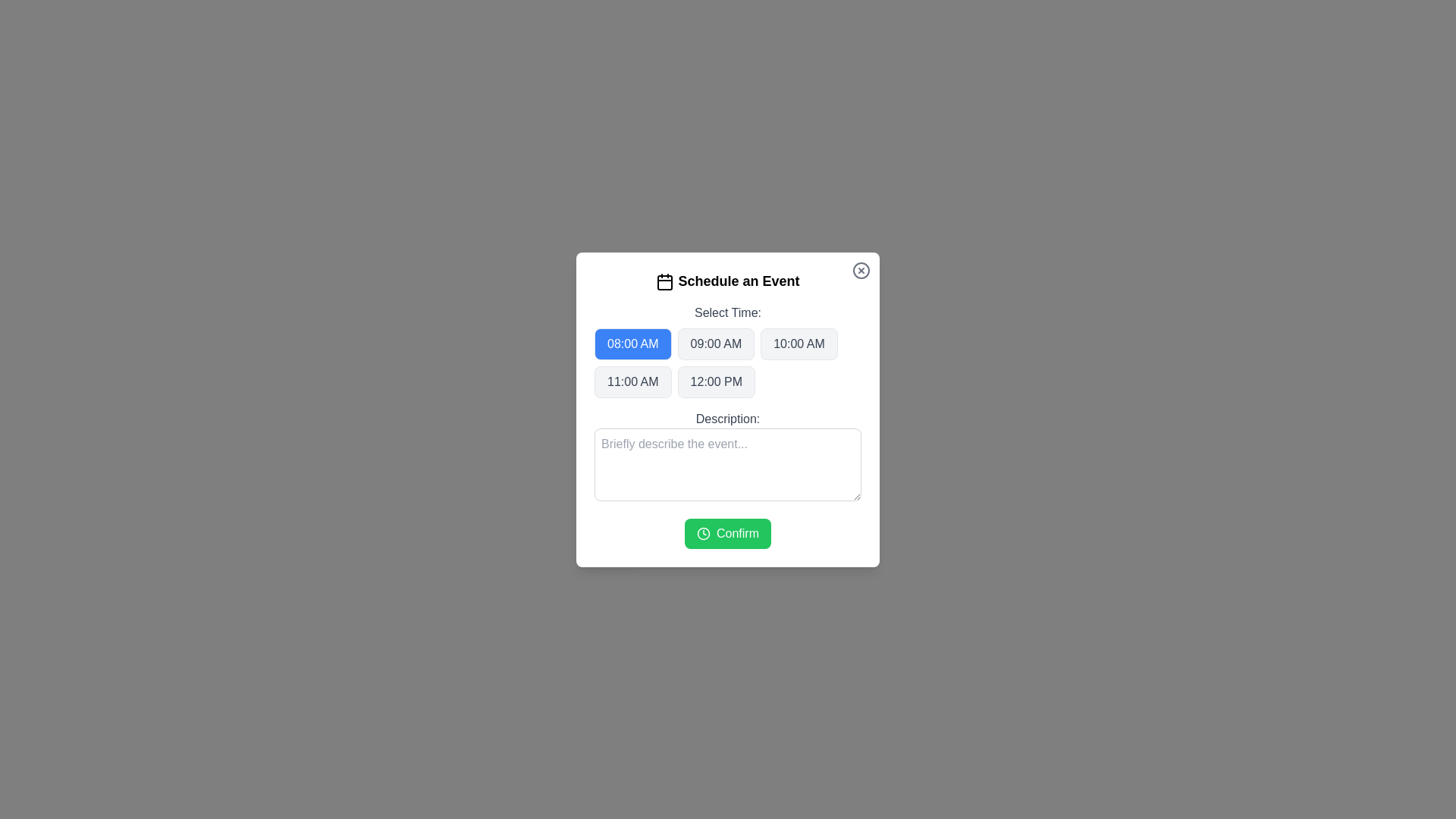 The height and width of the screenshot is (819, 1456). Describe the element at coordinates (728, 532) in the screenshot. I see `the confirmation button located at the bottom center of the modal dialog to observe any hover effects` at that location.